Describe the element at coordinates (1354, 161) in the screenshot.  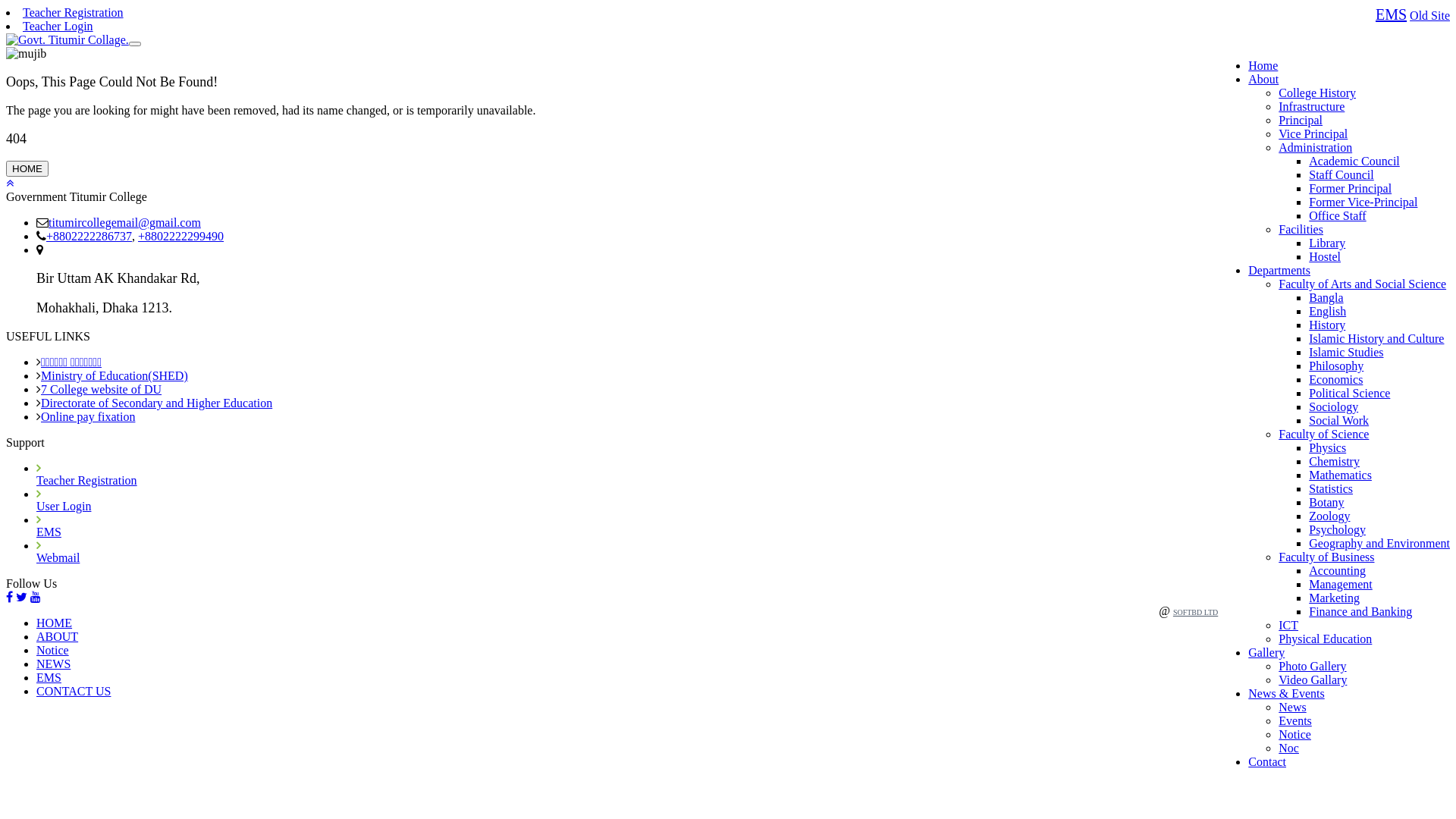
I see `'Academic Council'` at that location.